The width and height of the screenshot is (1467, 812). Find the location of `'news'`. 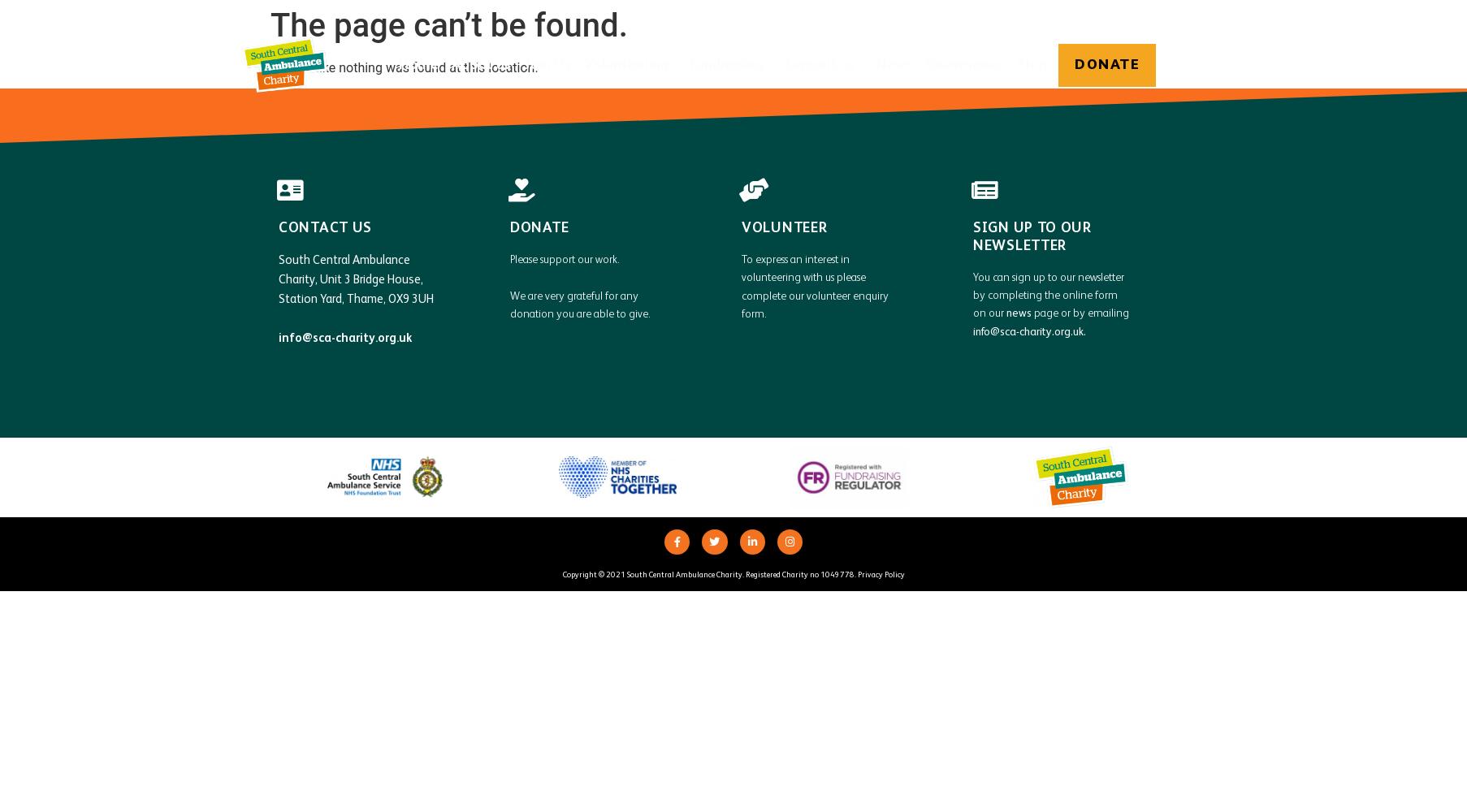

'news' is located at coordinates (1006, 313).